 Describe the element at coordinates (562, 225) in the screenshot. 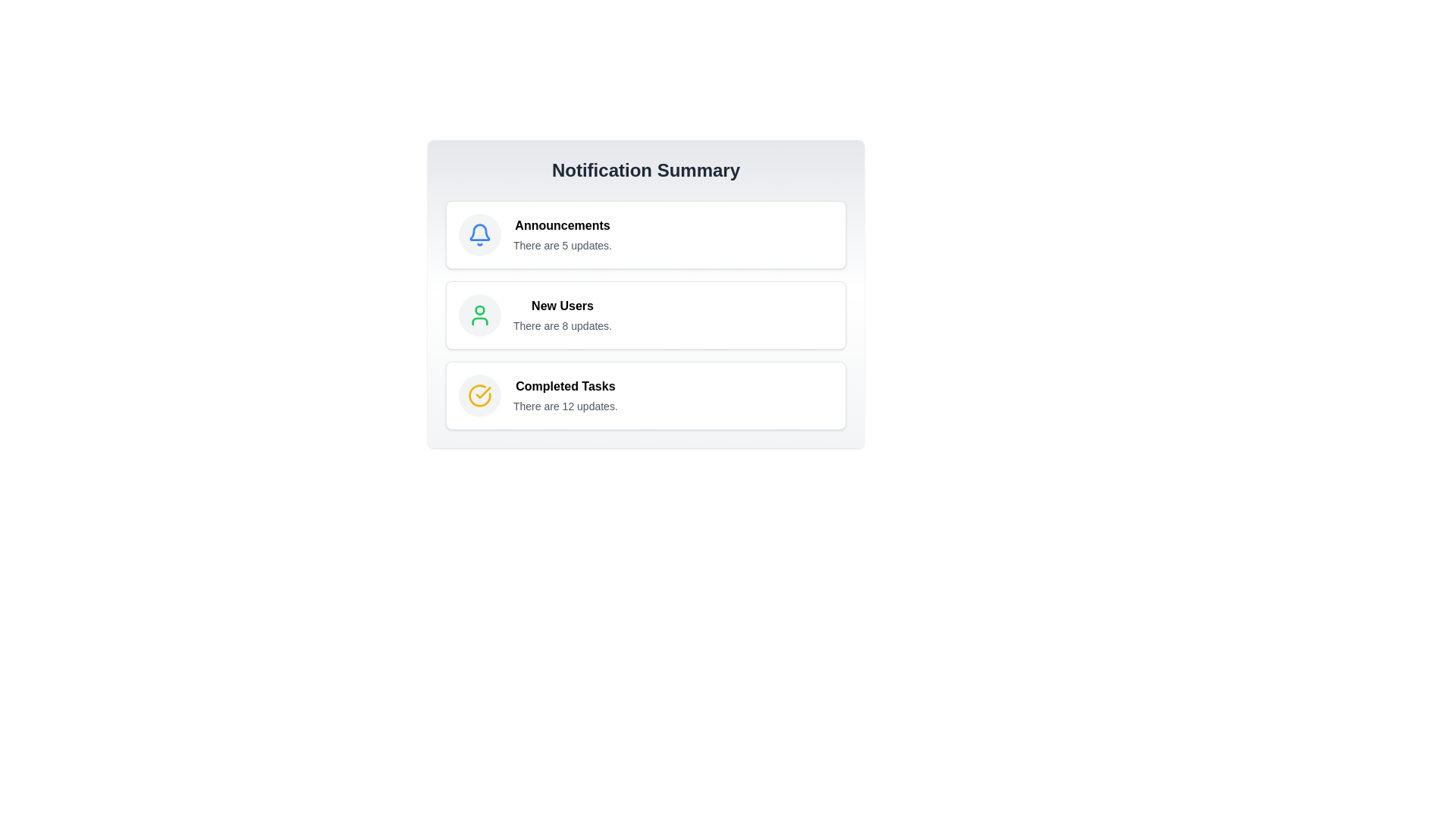

I see `the 'Announcements' label, which is a bold, black text header indicating notifications, positioned above a smaller gray text describing updates` at that location.